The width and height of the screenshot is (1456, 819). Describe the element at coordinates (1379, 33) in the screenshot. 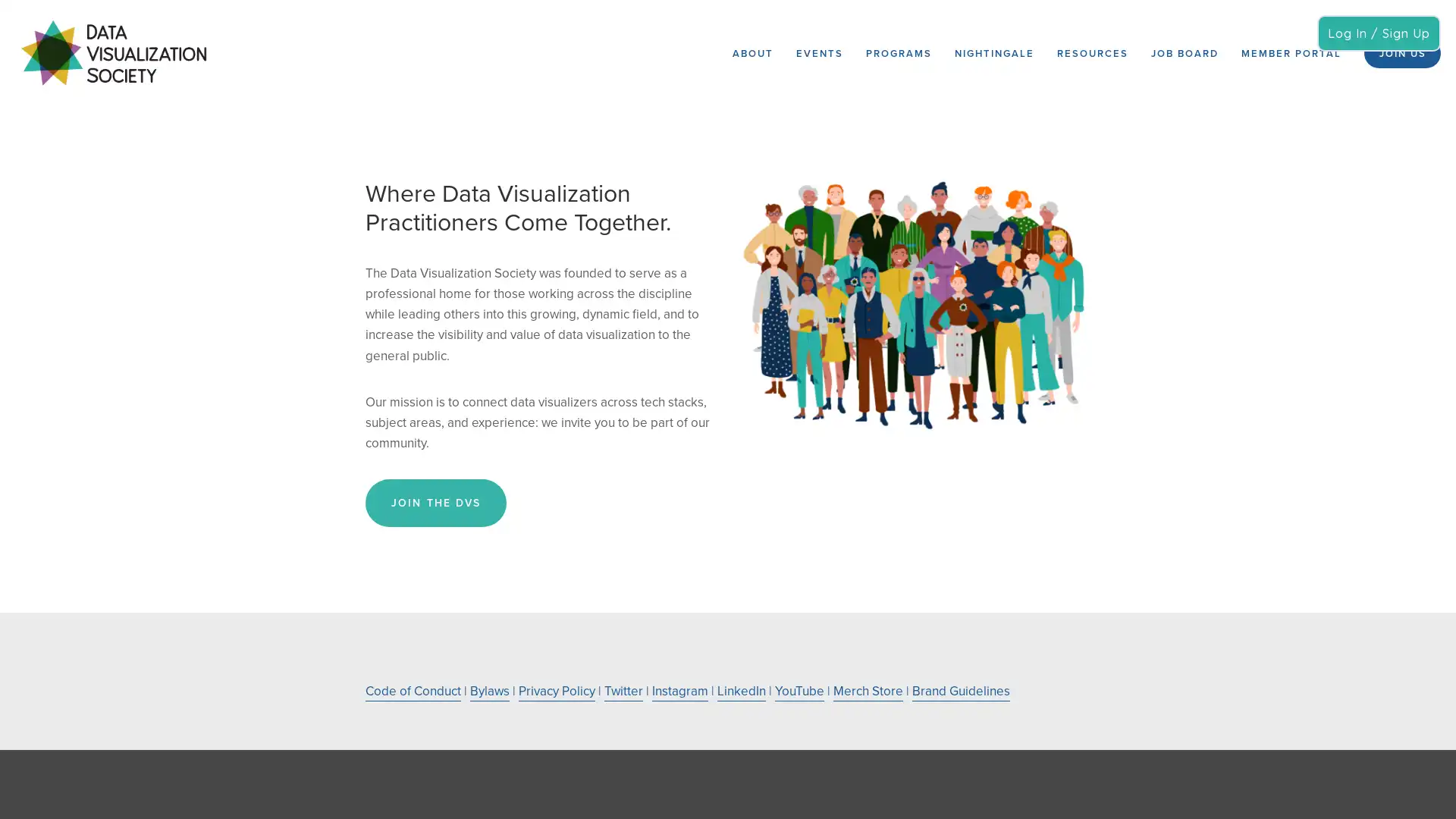

I see `Log In / Sign Up` at that location.